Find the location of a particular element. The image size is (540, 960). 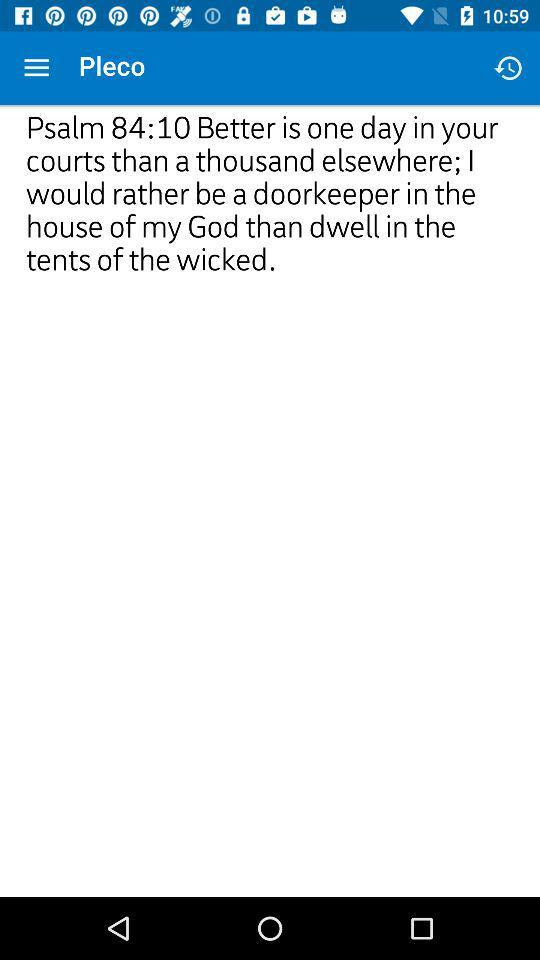

icon above psalm 84 10 icon is located at coordinates (36, 68).